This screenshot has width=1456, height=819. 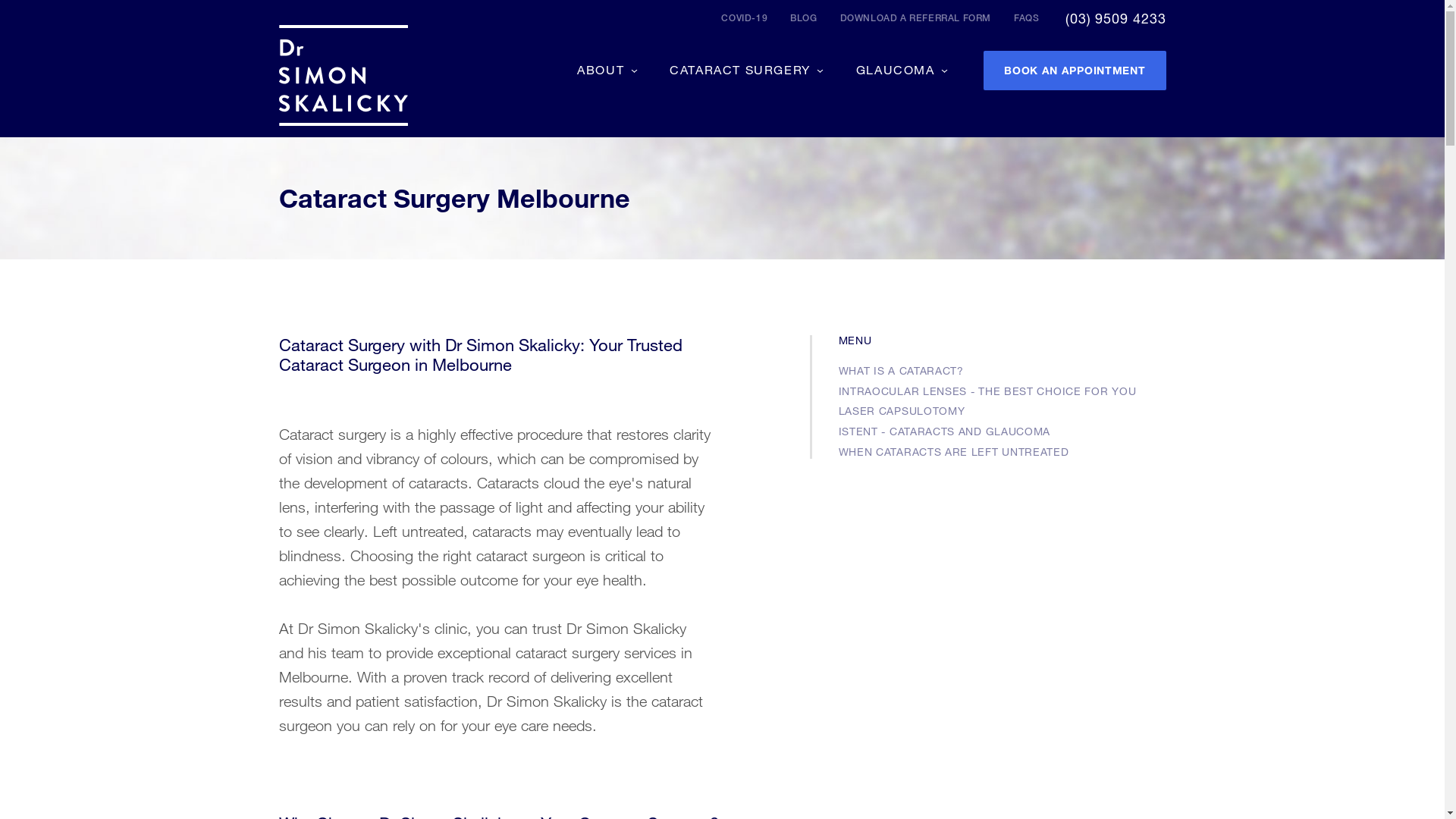 I want to click on 'LASER CAPSULOTOMY', so click(x=902, y=410).